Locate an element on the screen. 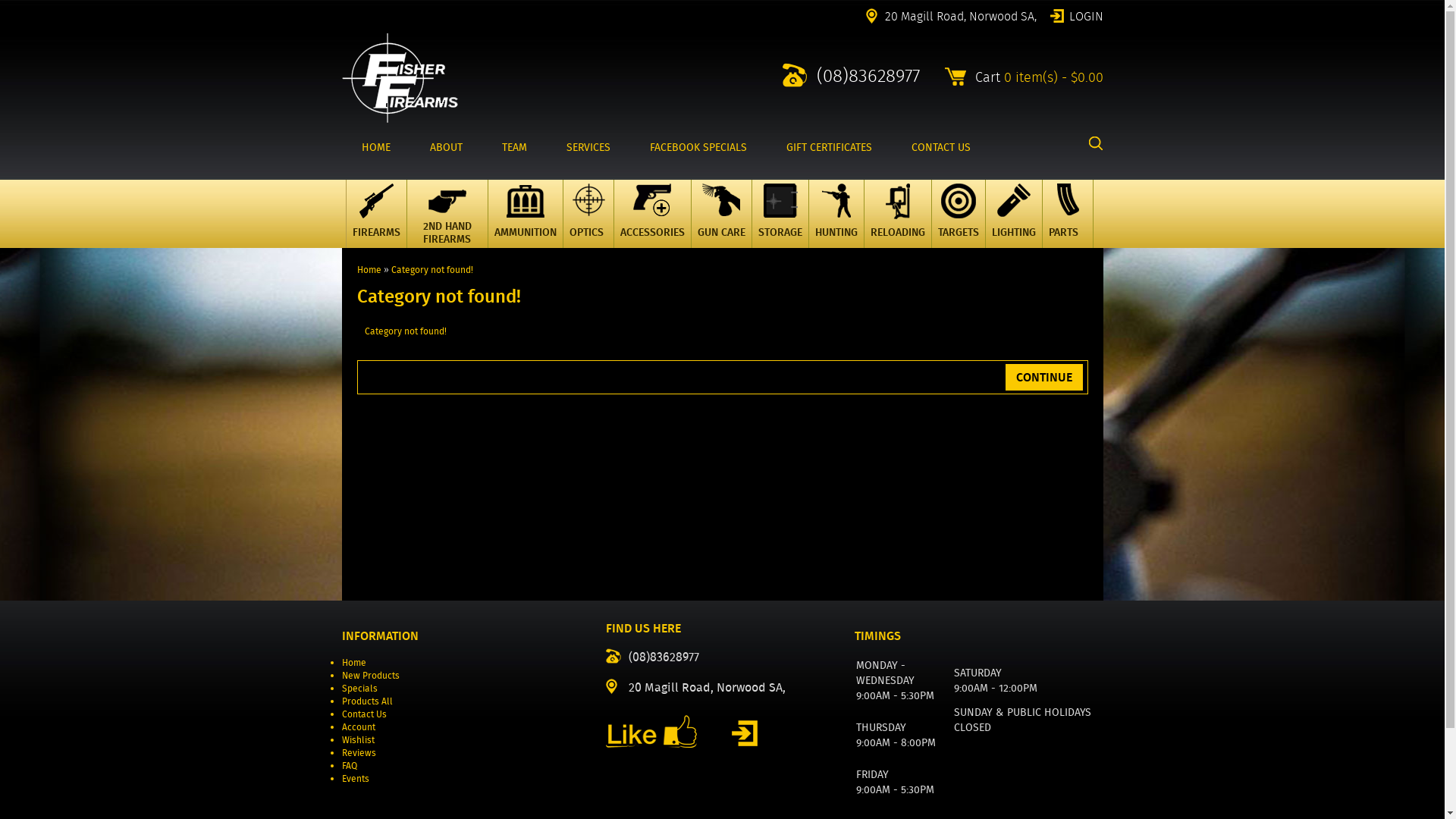  'Accessories' is located at coordinates (651, 223).